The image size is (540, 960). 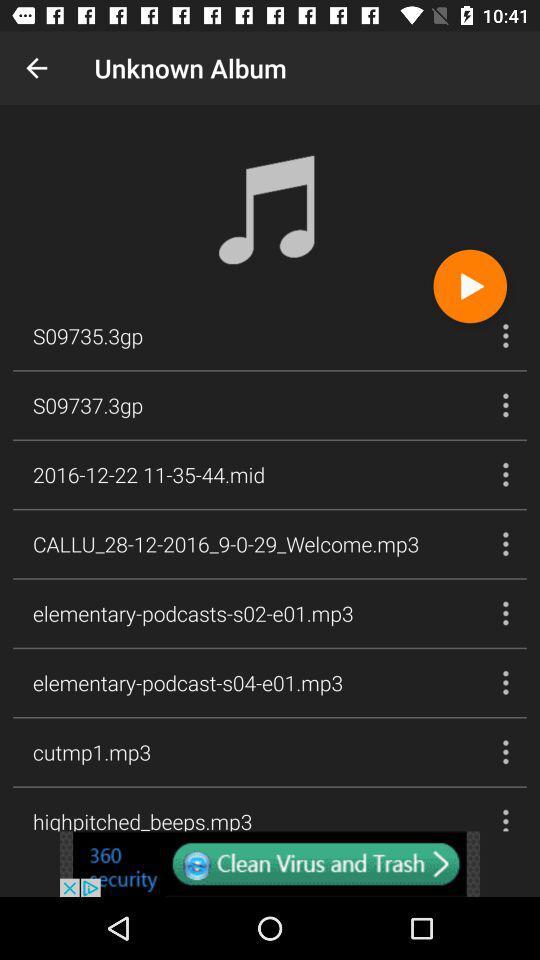 I want to click on click and open link, so click(x=270, y=863).